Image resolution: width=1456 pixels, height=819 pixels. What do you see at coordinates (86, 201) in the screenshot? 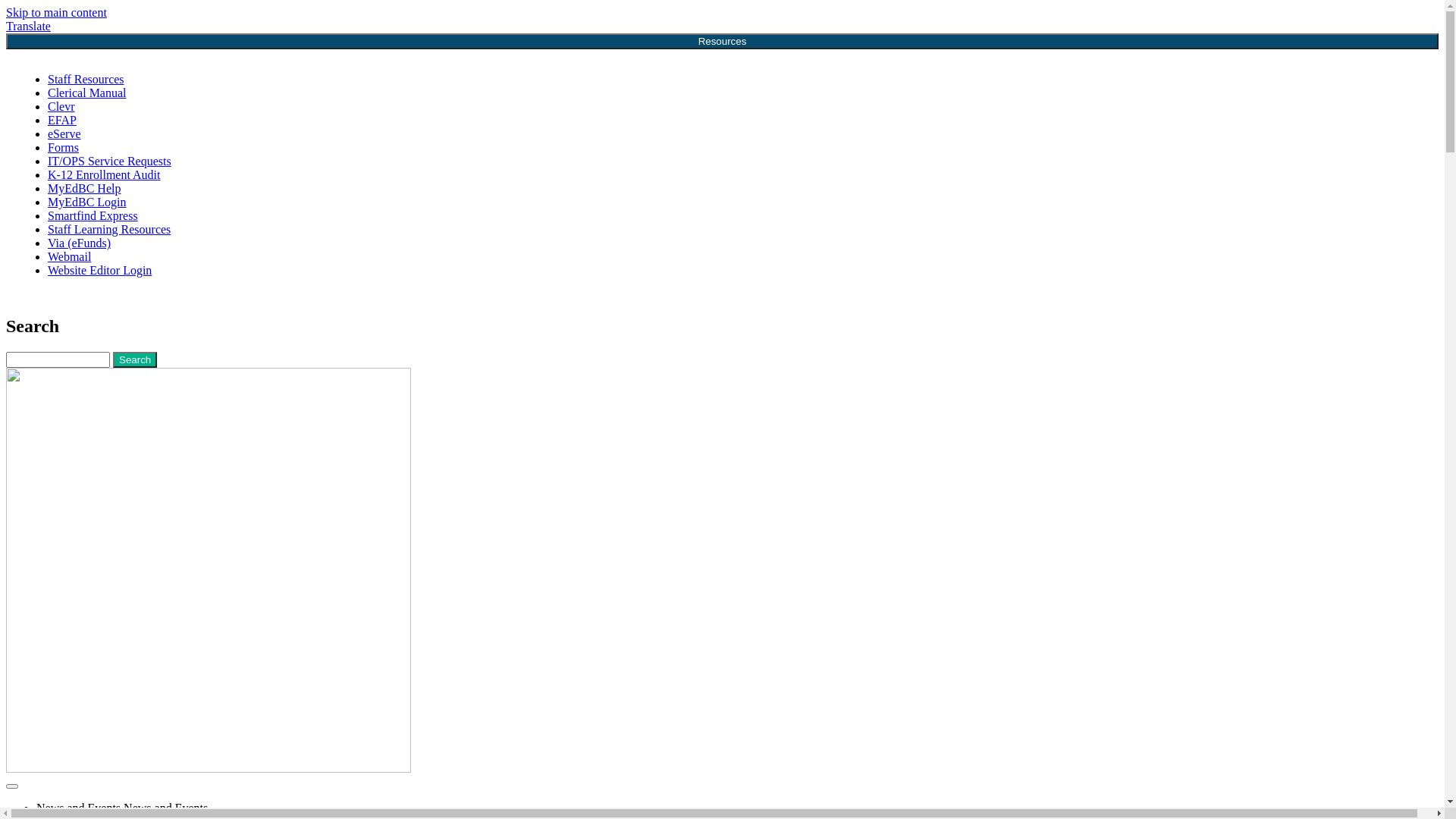
I see `'MyEdBC Login'` at bounding box center [86, 201].